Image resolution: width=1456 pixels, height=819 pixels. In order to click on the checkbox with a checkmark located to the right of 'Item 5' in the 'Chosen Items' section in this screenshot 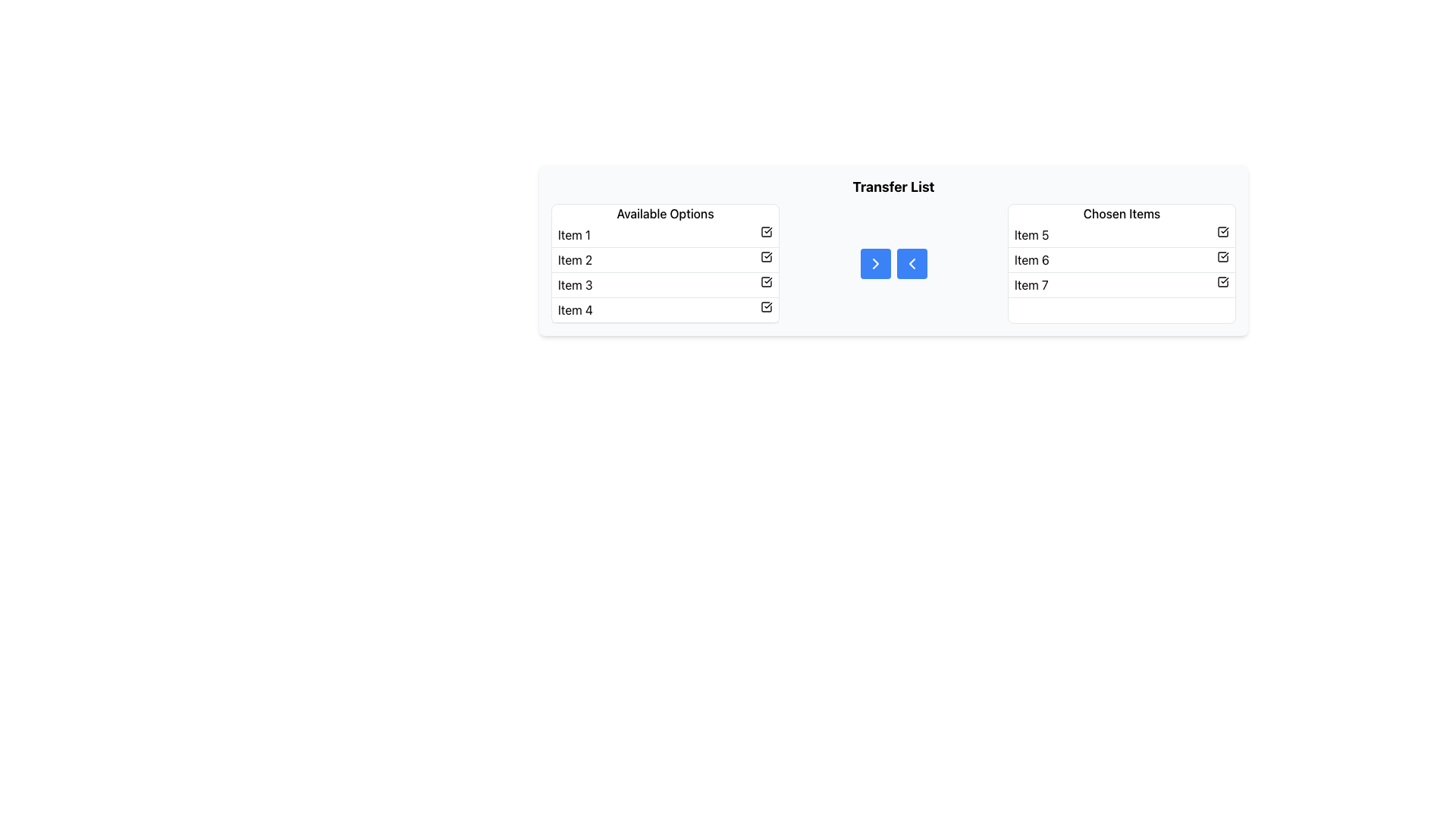, I will do `click(1222, 231)`.